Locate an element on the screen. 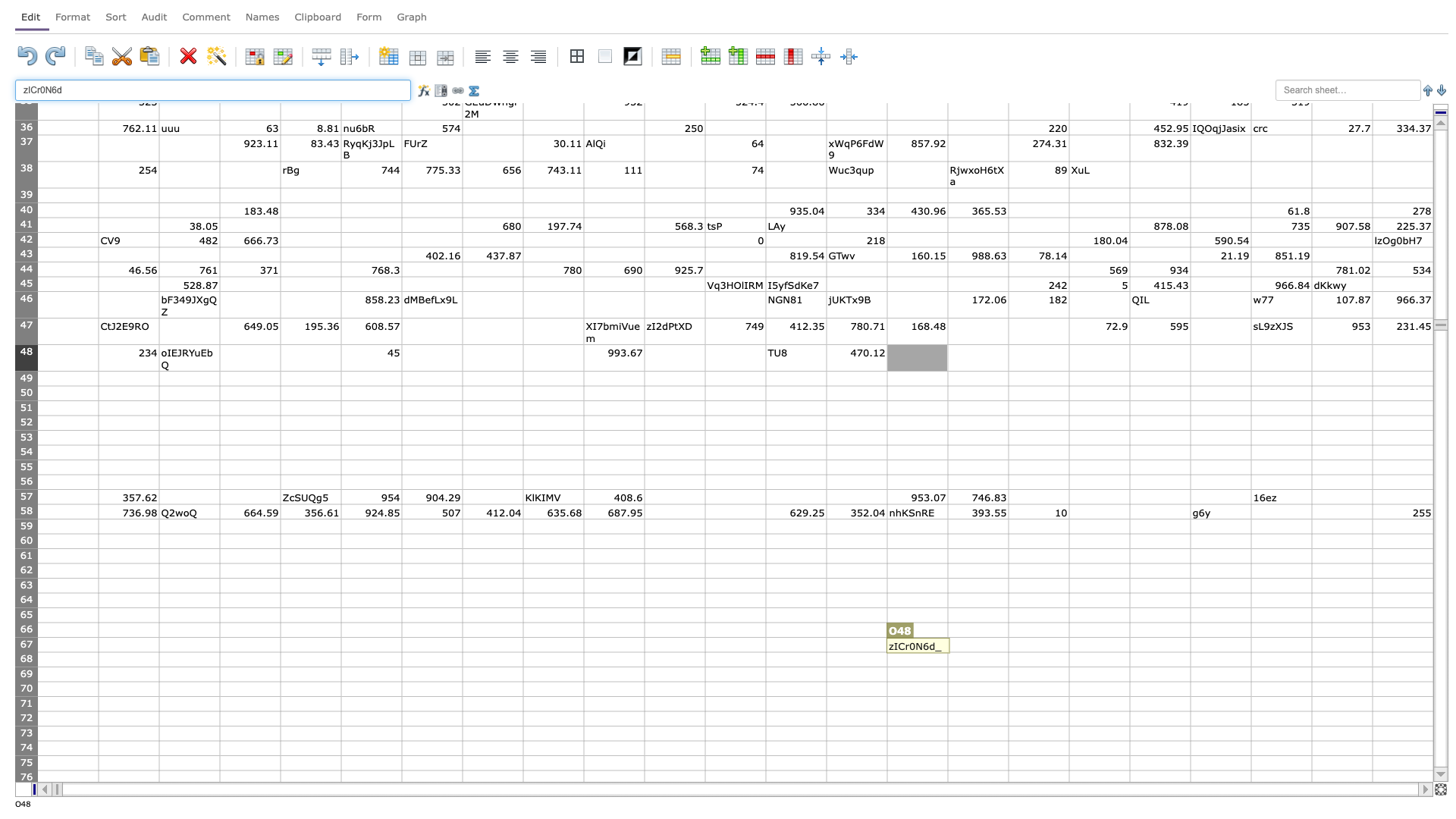 The width and height of the screenshot is (1456, 819). fill handle point of S68 is located at coordinates (1189, 666).